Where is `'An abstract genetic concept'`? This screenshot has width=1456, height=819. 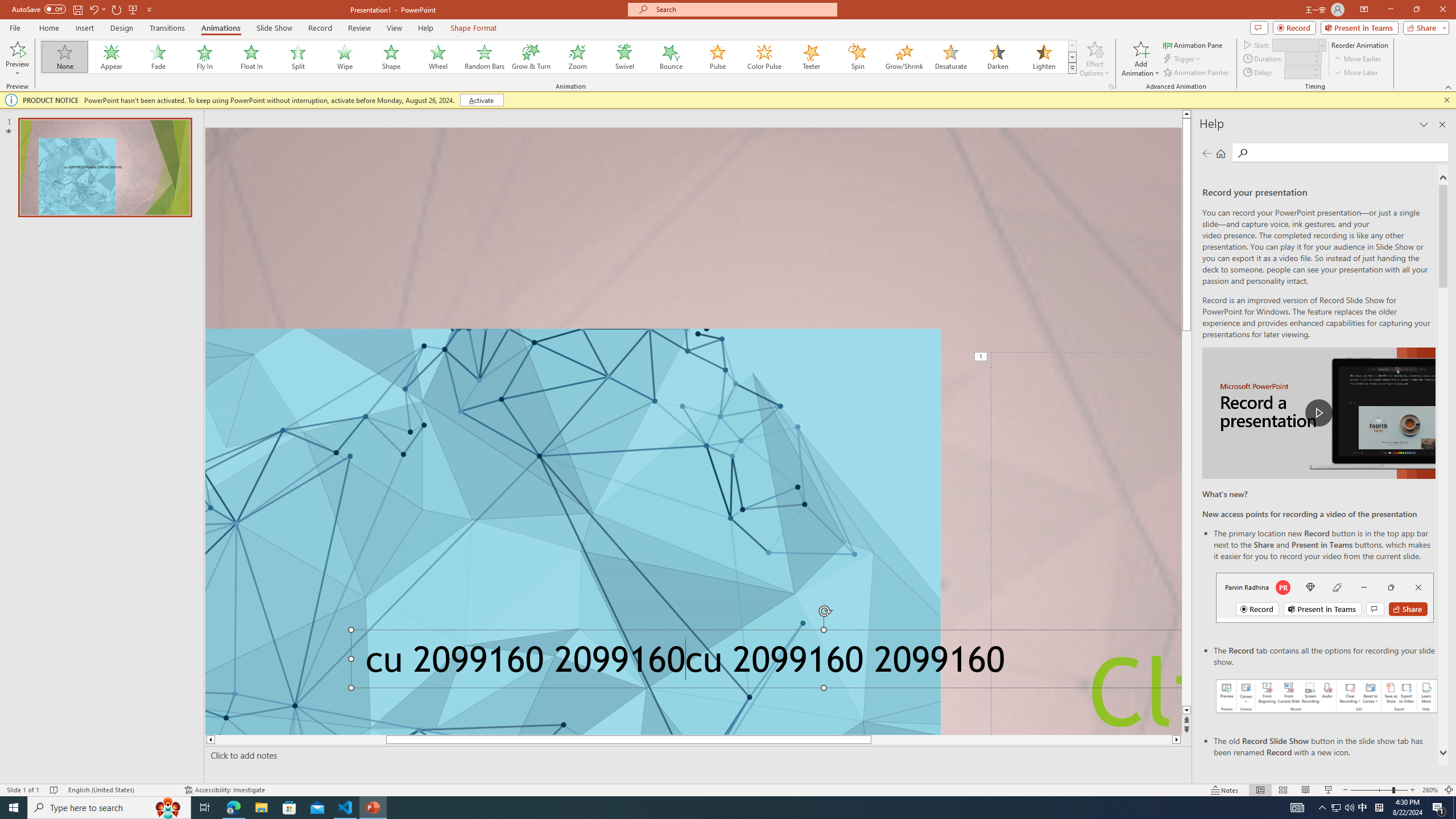
'An abstract genetic concept' is located at coordinates (693, 431).